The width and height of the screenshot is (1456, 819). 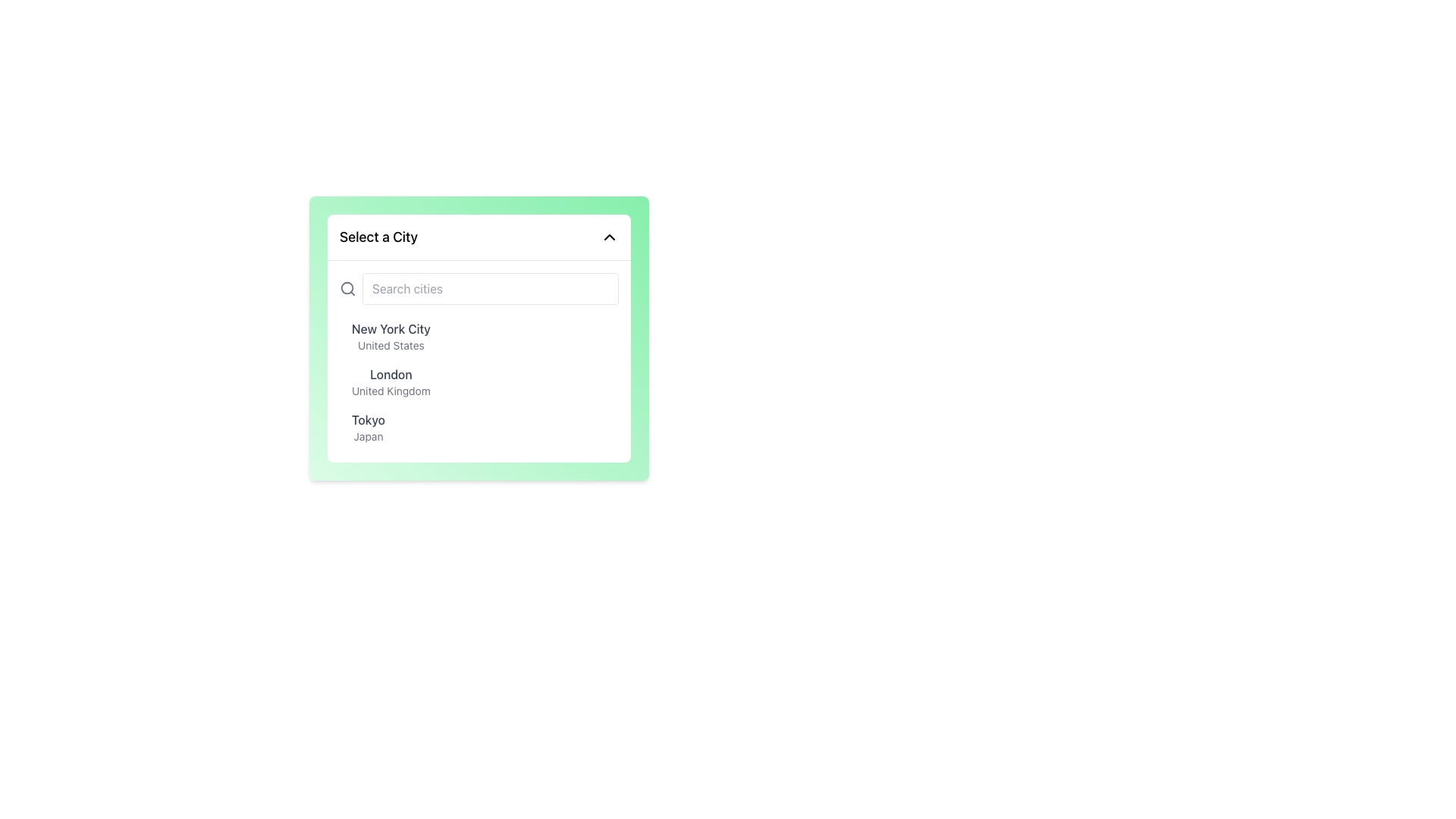 What do you see at coordinates (479, 427) in the screenshot?
I see `the third item in the city selection dropdown menu, which represents 'Tokyo, Japan'` at bounding box center [479, 427].